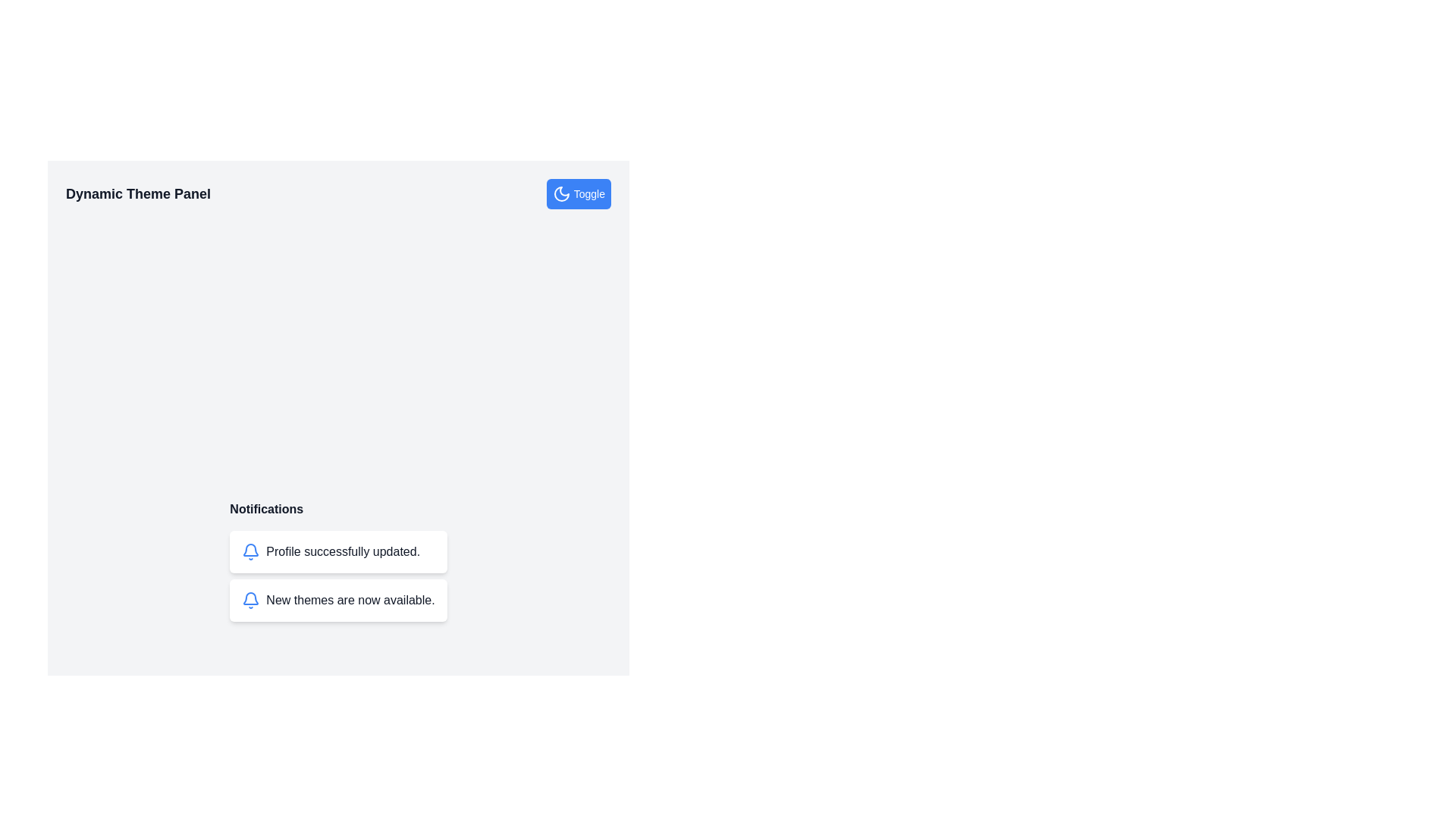 This screenshot has height=819, width=1456. I want to click on the Notification Box that contains the text 'Profile successfully updated.' and a blue bell icon, located under the 'Notifications' heading, so click(337, 552).